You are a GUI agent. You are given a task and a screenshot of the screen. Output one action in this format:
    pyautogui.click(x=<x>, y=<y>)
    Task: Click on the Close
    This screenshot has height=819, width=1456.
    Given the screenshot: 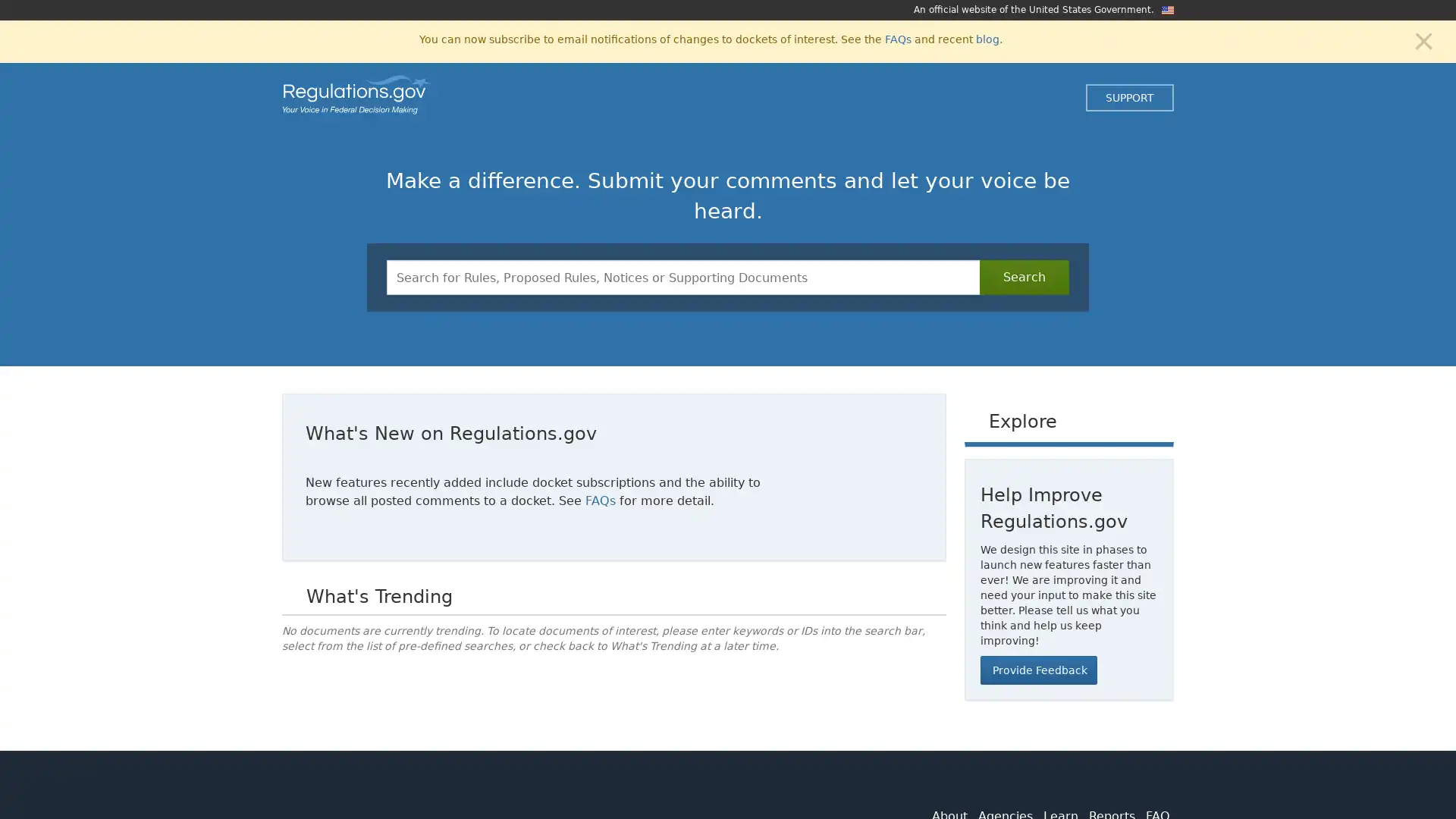 What is the action you would take?
    pyautogui.click(x=1423, y=39)
    